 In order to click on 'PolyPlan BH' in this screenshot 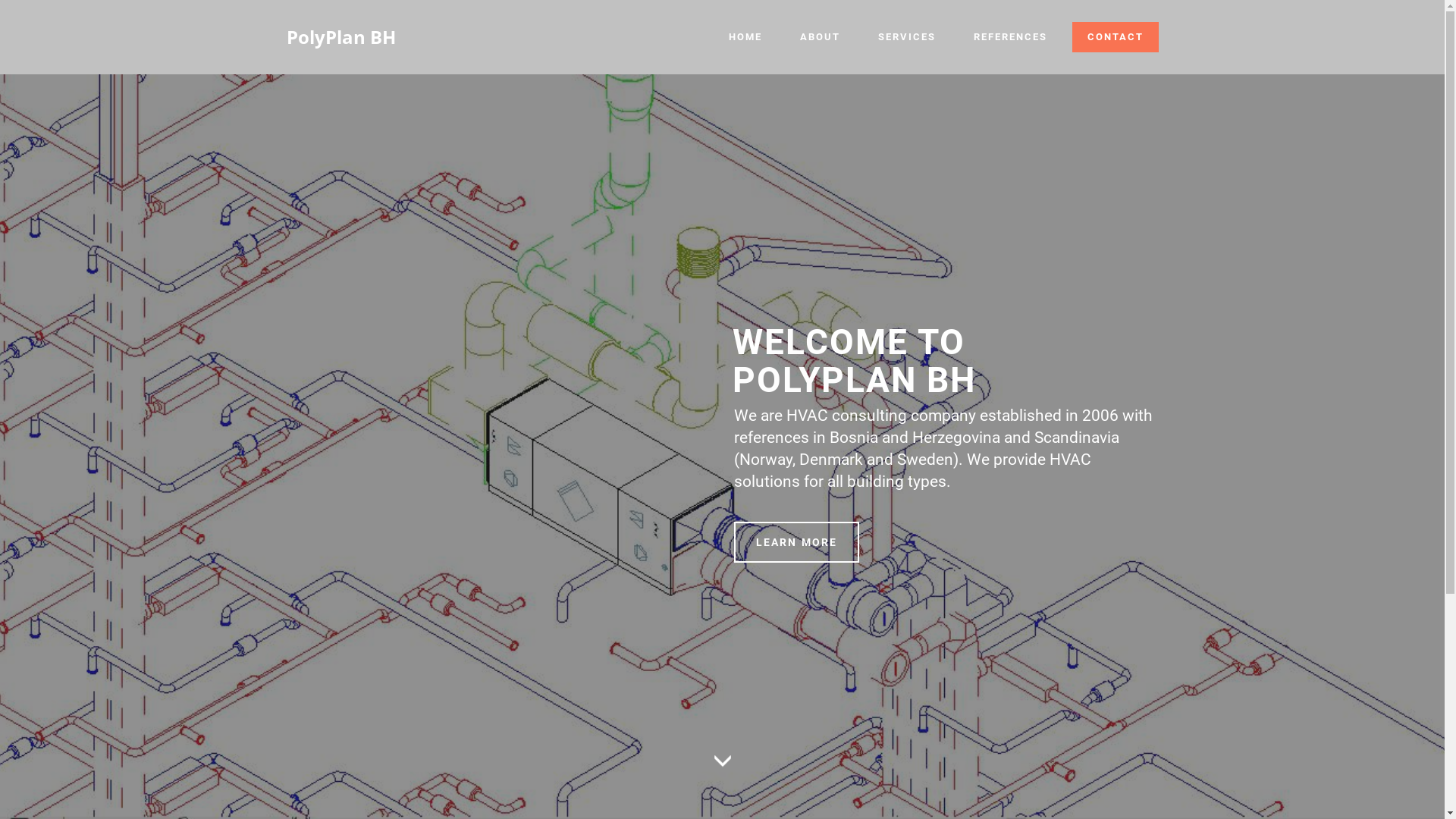, I will do `click(340, 36)`.